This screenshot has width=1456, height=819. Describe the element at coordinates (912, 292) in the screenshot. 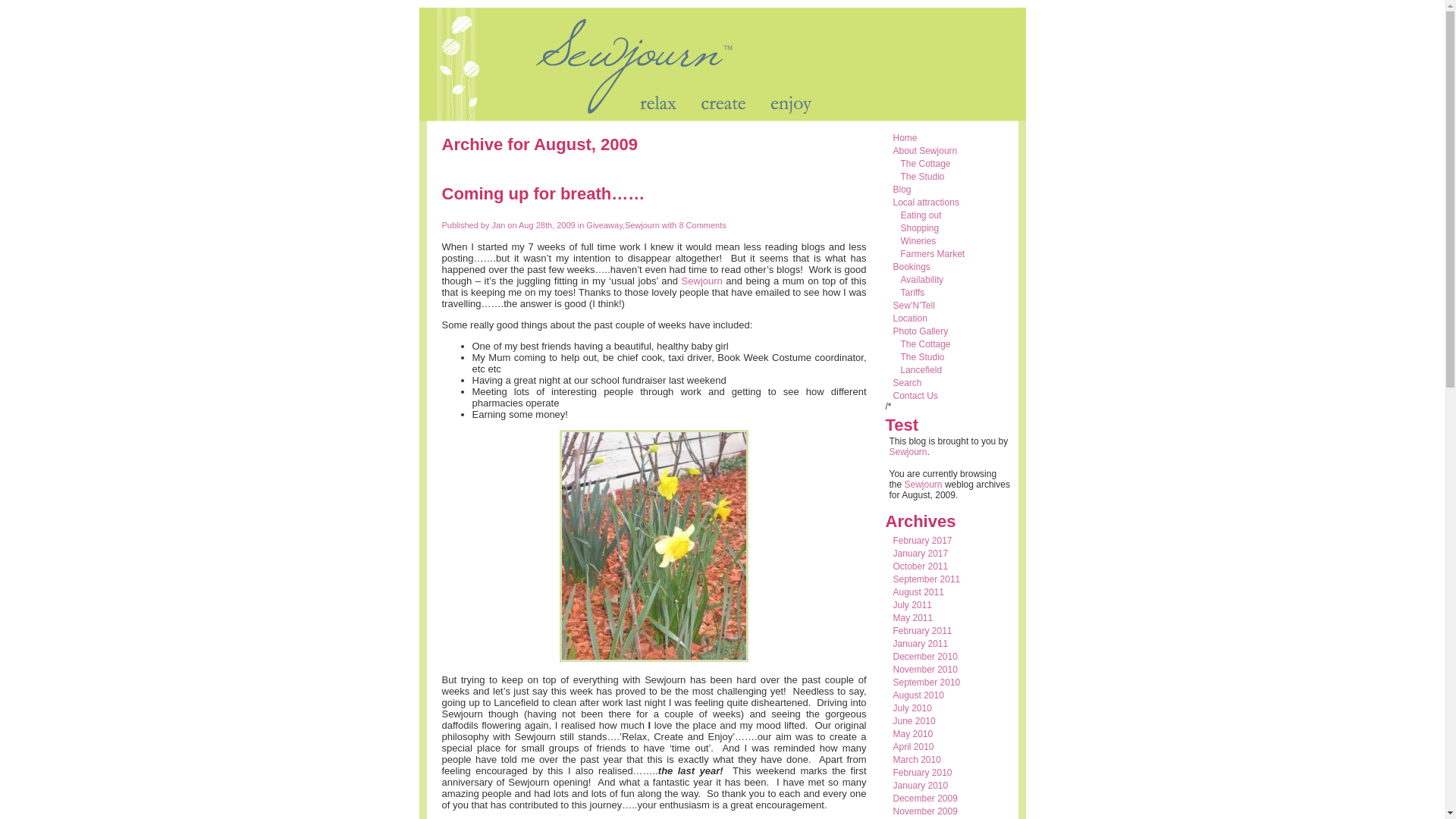

I see `'Tariffs'` at that location.